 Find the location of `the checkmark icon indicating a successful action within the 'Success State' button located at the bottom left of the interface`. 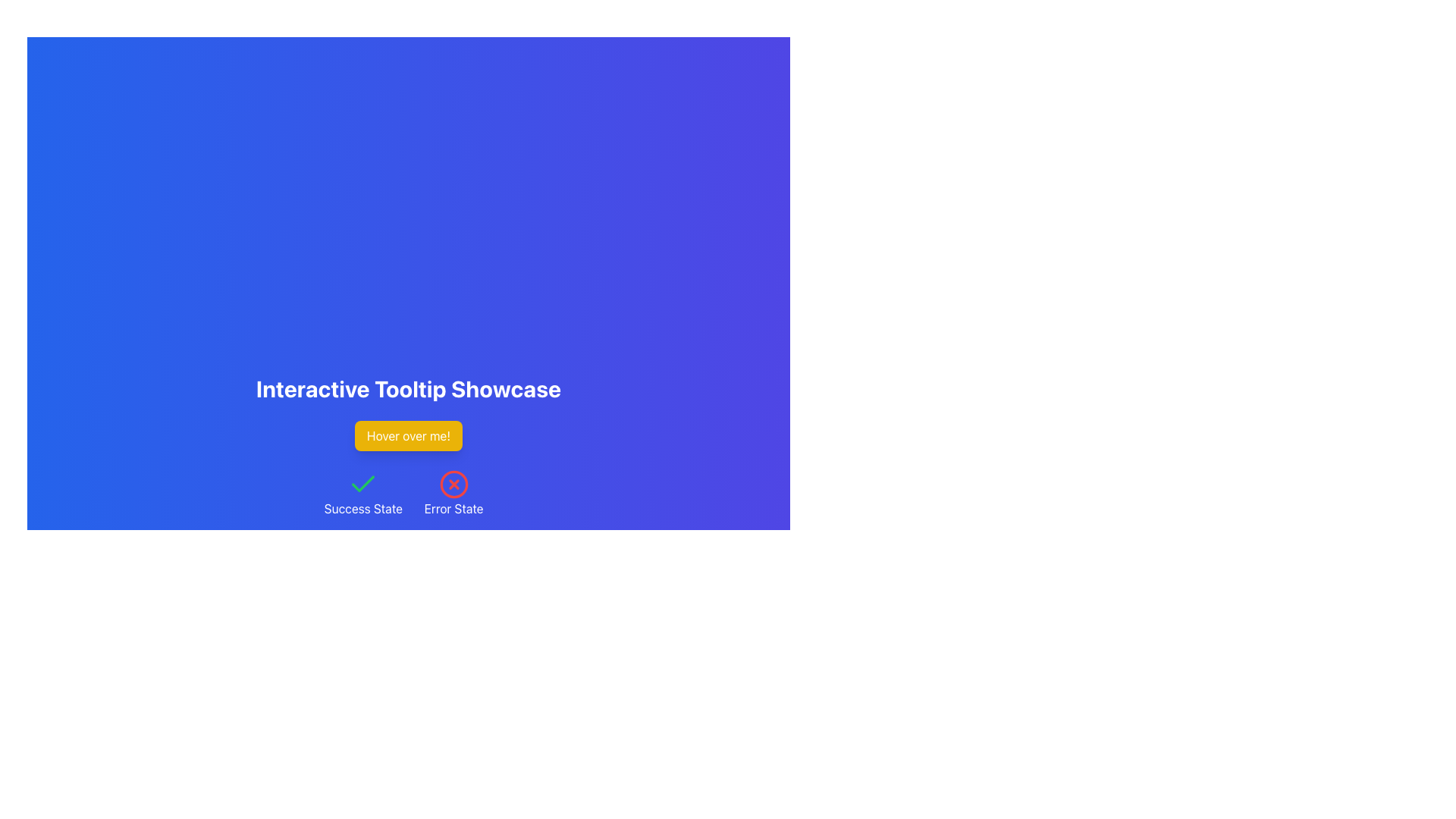

the checkmark icon indicating a successful action within the 'Success State' button located at the bottom left of the interface is located at coordinates (362, 484).